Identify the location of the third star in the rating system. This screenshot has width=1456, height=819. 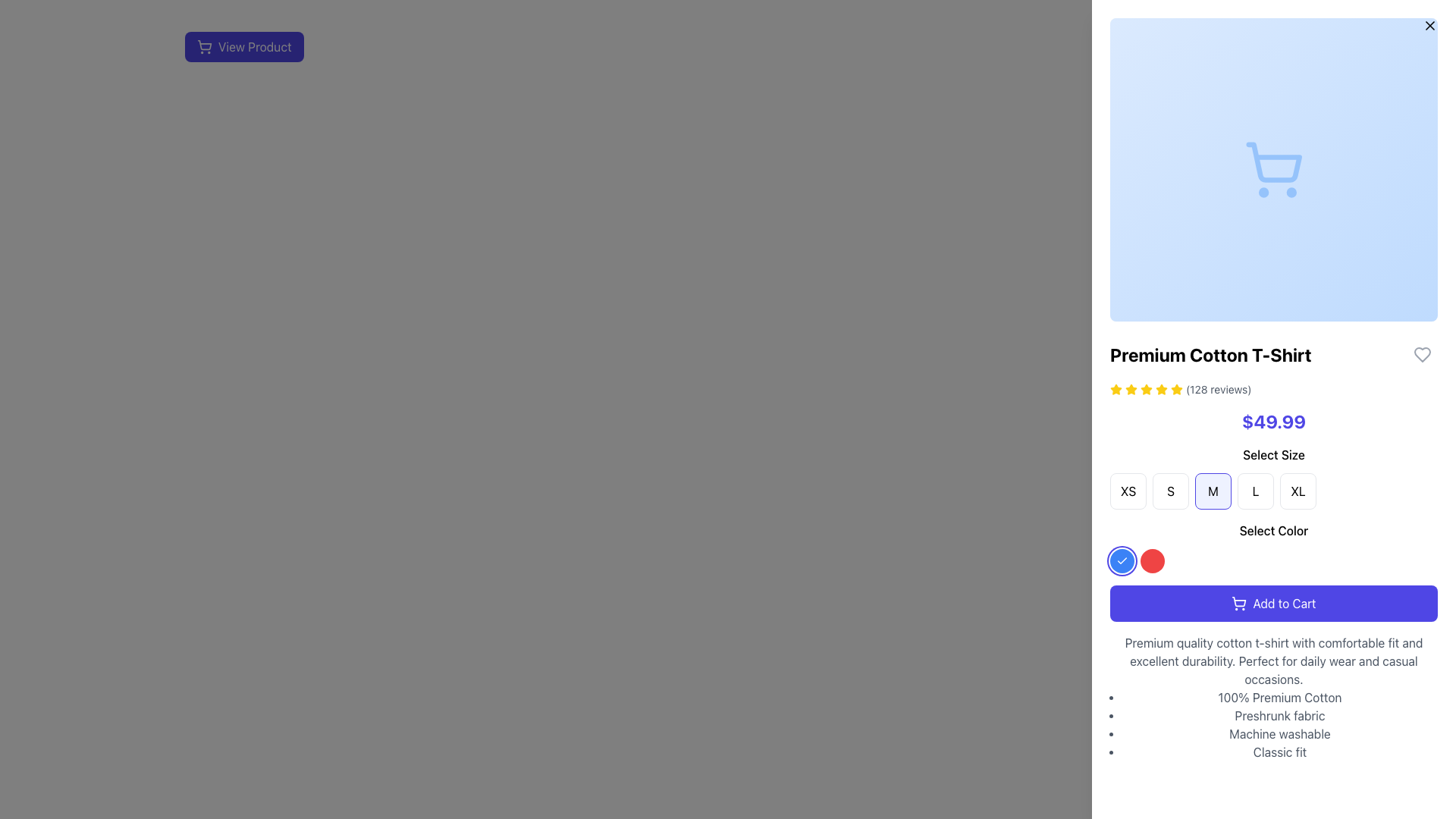
(1116, 388).